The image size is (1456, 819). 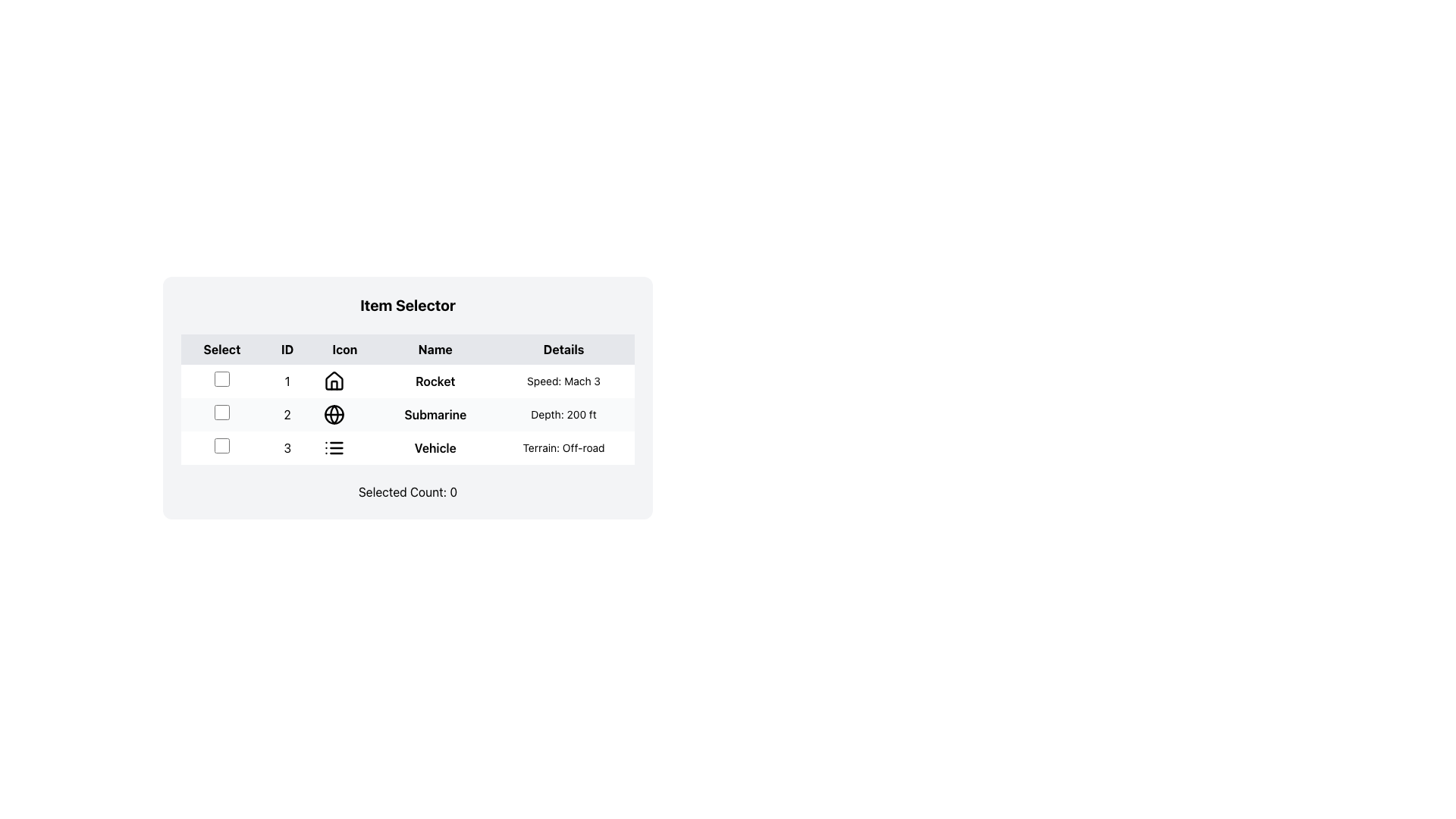 What do you see at coordinates (334, 380) in the screenshot?
I see `the 'house' or 'home' icon located in the first row of the table under the 'Icon' column, adjacent to the text label 'Rocket'` at bounding box center [334, 380].